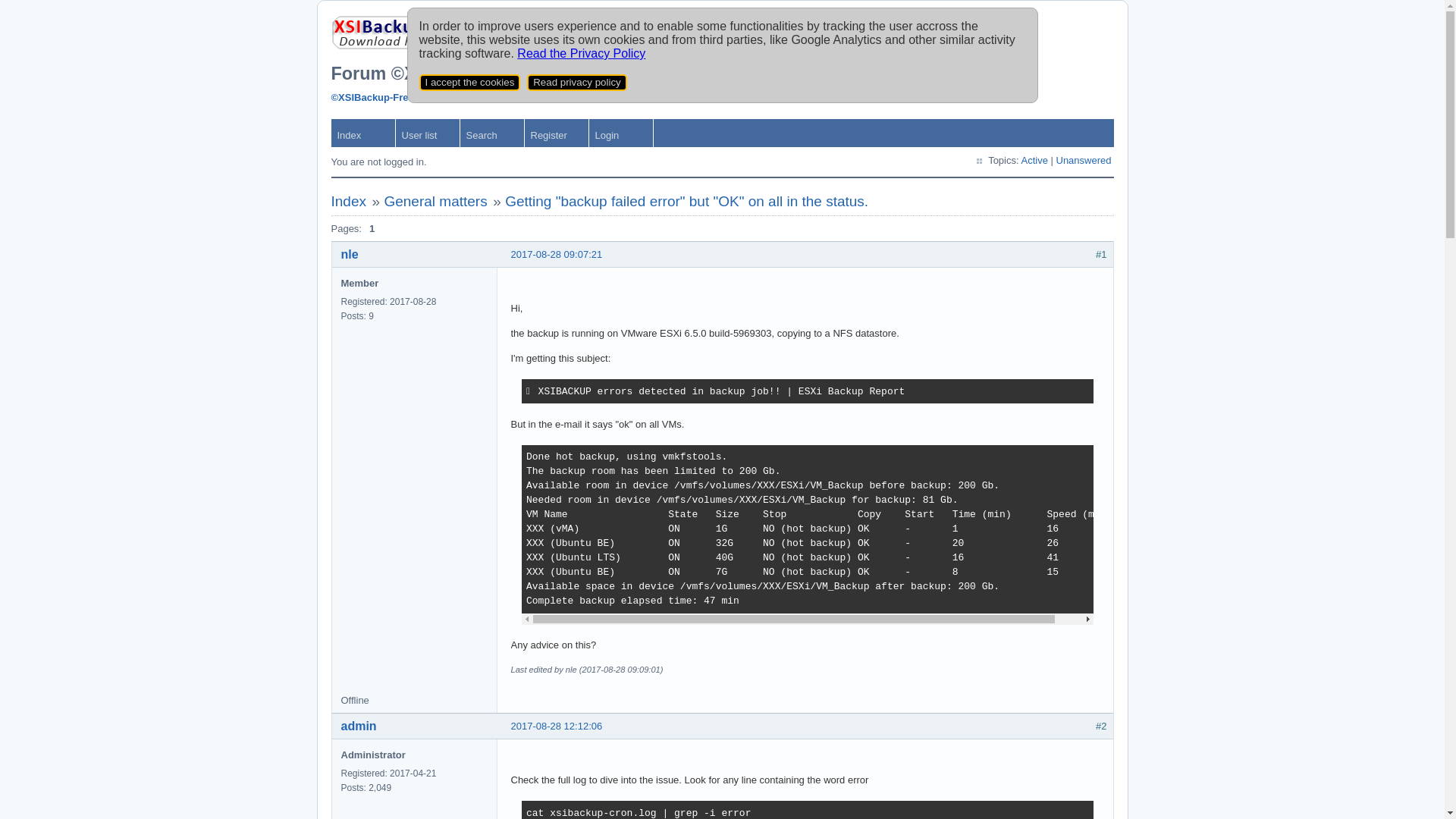 This screenshot has height=819, width=1456. What do you see at coordinates (358, 725) in the screenshot?
I see `'admin'` at bounding box center [358, 725].